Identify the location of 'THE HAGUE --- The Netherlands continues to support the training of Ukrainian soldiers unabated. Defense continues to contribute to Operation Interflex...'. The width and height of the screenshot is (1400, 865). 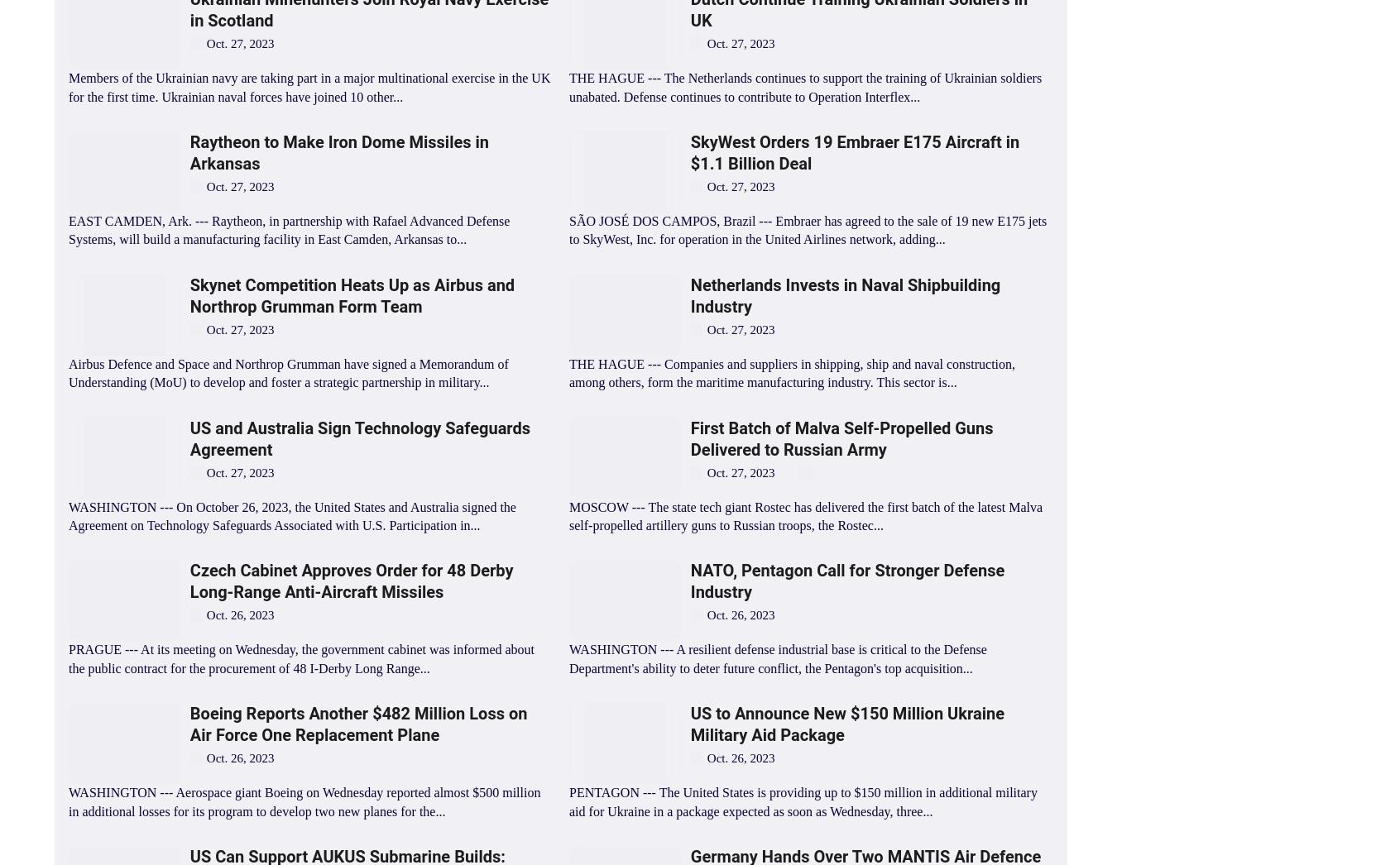
(805, 86).